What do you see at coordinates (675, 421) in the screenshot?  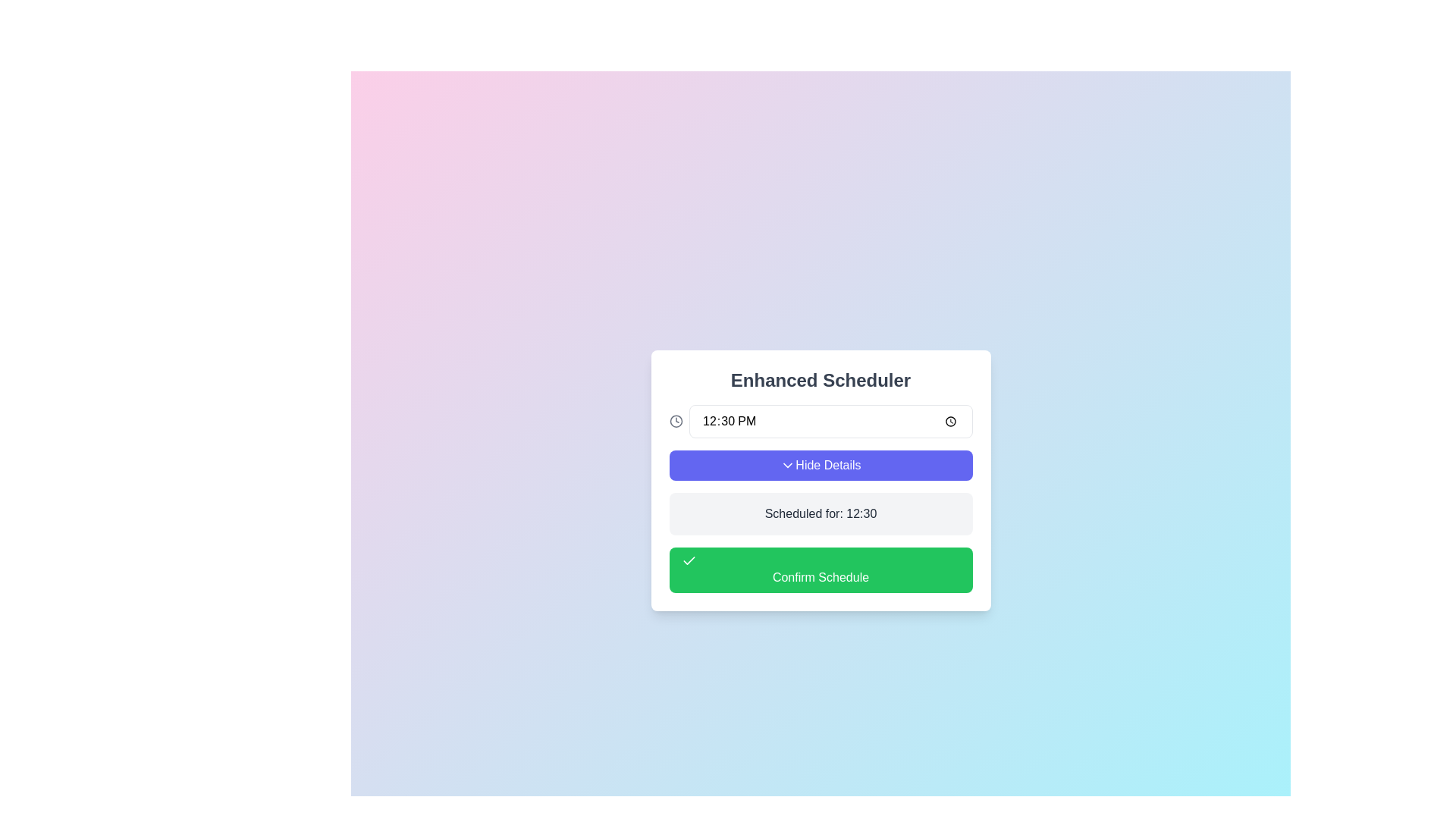 I see `the clock icon, which is a circular icon with hour and minute hands in a gray color tone, located on the right side of the input field displaying the time ('12:30 PM') within the scheduler card` at bounding box center [675, 421].